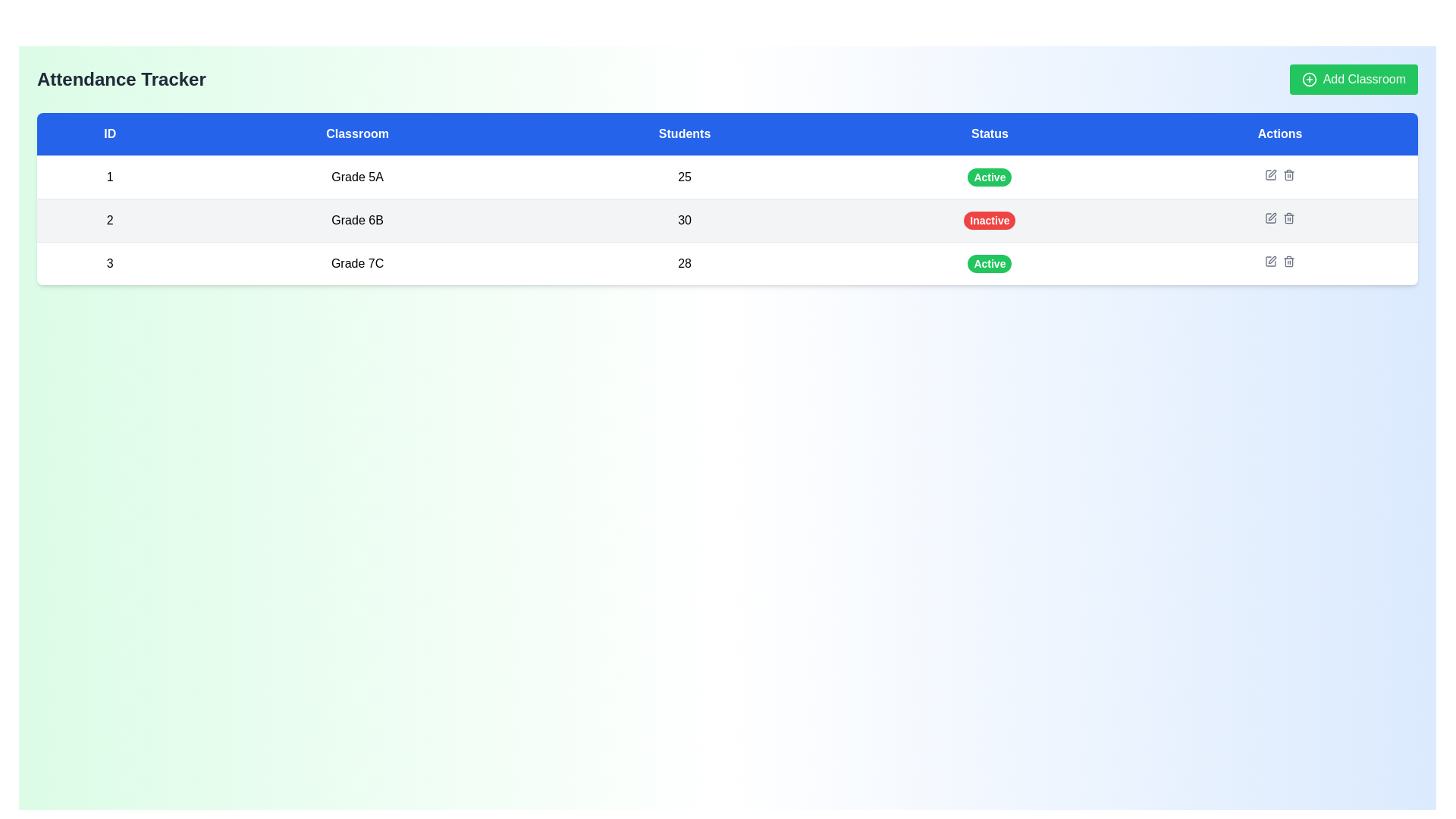 Image resolution: width=1456 pixels, height=819 pixels. I want to click on the edit button represented by a small square icon with a pen symbol in the 'Actions' column of the table for the 'Grade 6B' classroom, so click(1270, 218).